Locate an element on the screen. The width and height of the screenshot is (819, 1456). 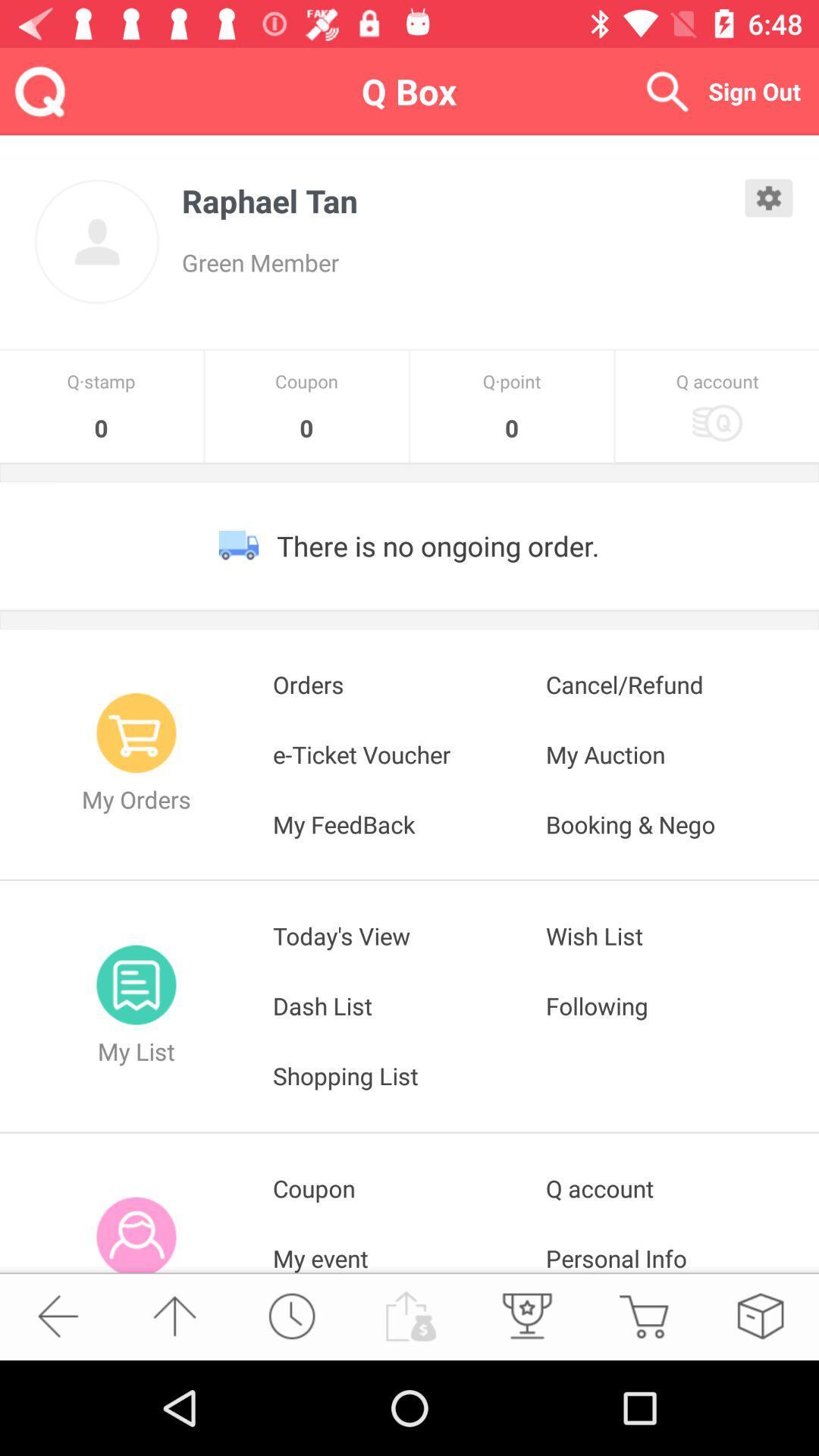
go top is located at coordinates (174, 1315).